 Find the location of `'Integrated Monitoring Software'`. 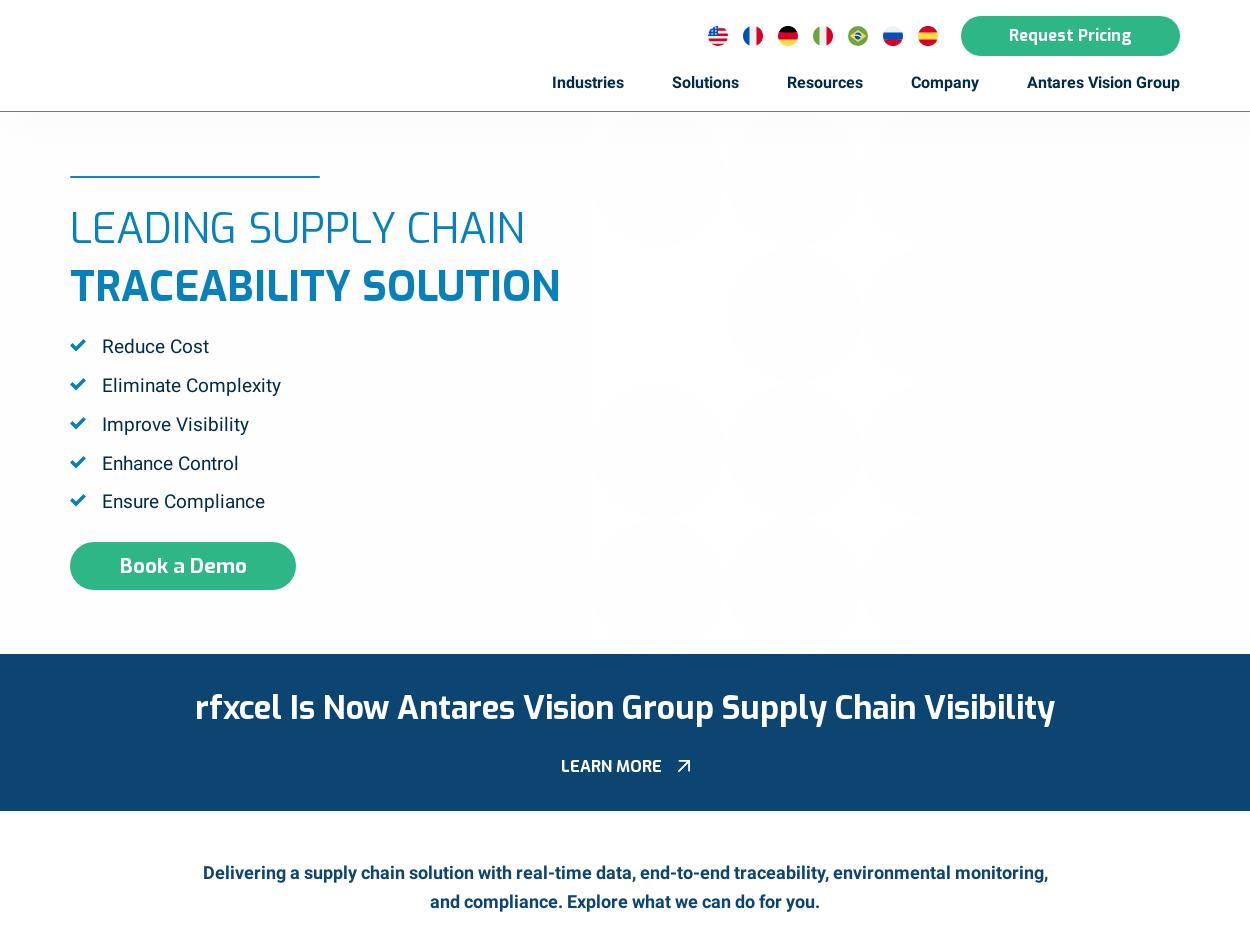

'Integrated Monitoring Software' is located at coordinates (682, 341).